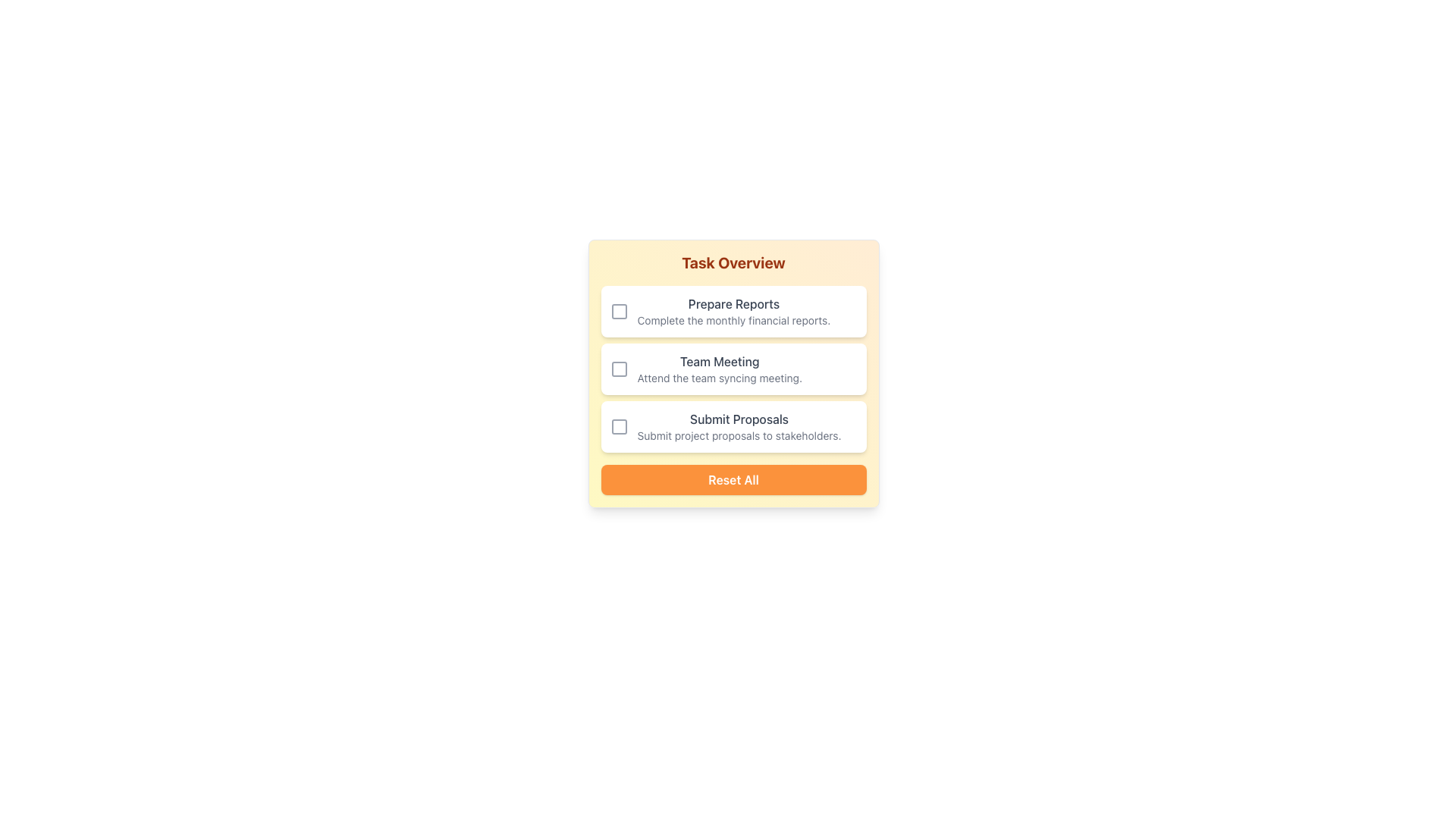 This screenshot has width=1456, height=819. What do you see at coordinates (733, 369) in the screenshot?
I see `on the second checklist item in the 'Task Overview' section` at bounding box center [733, 369].